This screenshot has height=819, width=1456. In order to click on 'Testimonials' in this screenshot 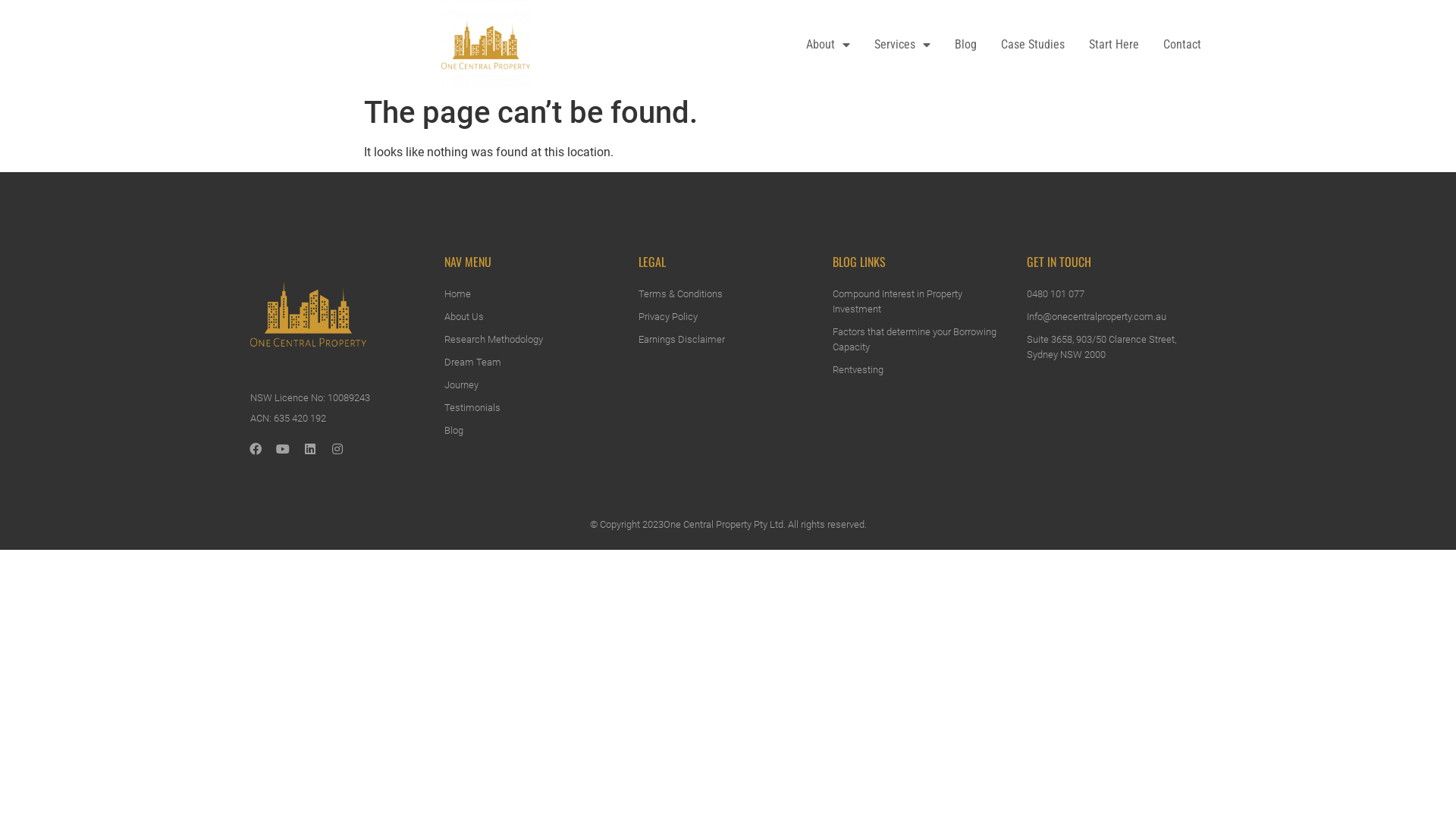, I will do `click(534, 406)`.